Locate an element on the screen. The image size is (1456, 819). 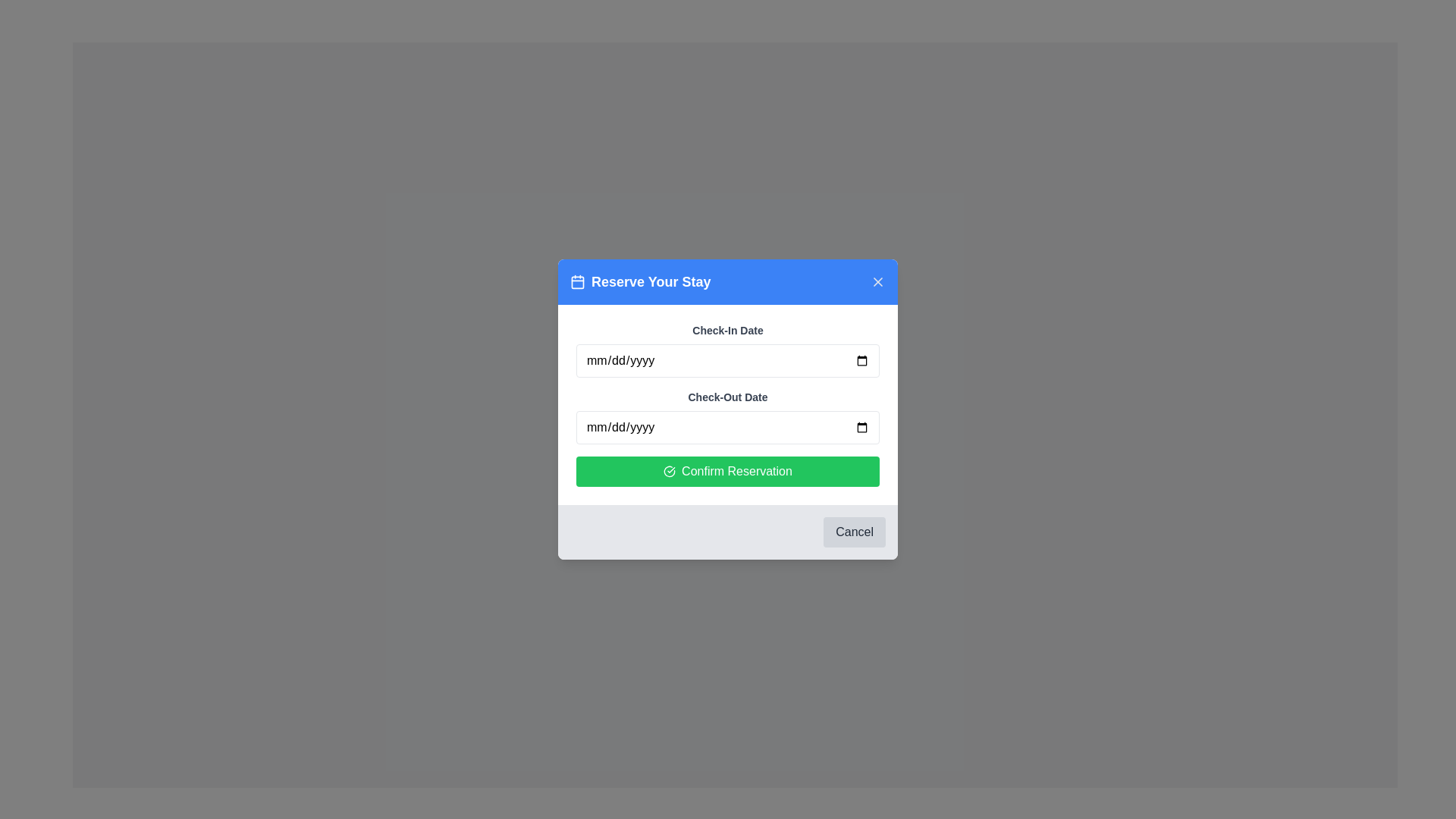
the 'Check-Out Date' label, which is a bold dark gray text element positioned within the 'Reserve Your Stay' modal, located below the 'Check-In Date' label and above the date input field is located at coordinates (728, 397).